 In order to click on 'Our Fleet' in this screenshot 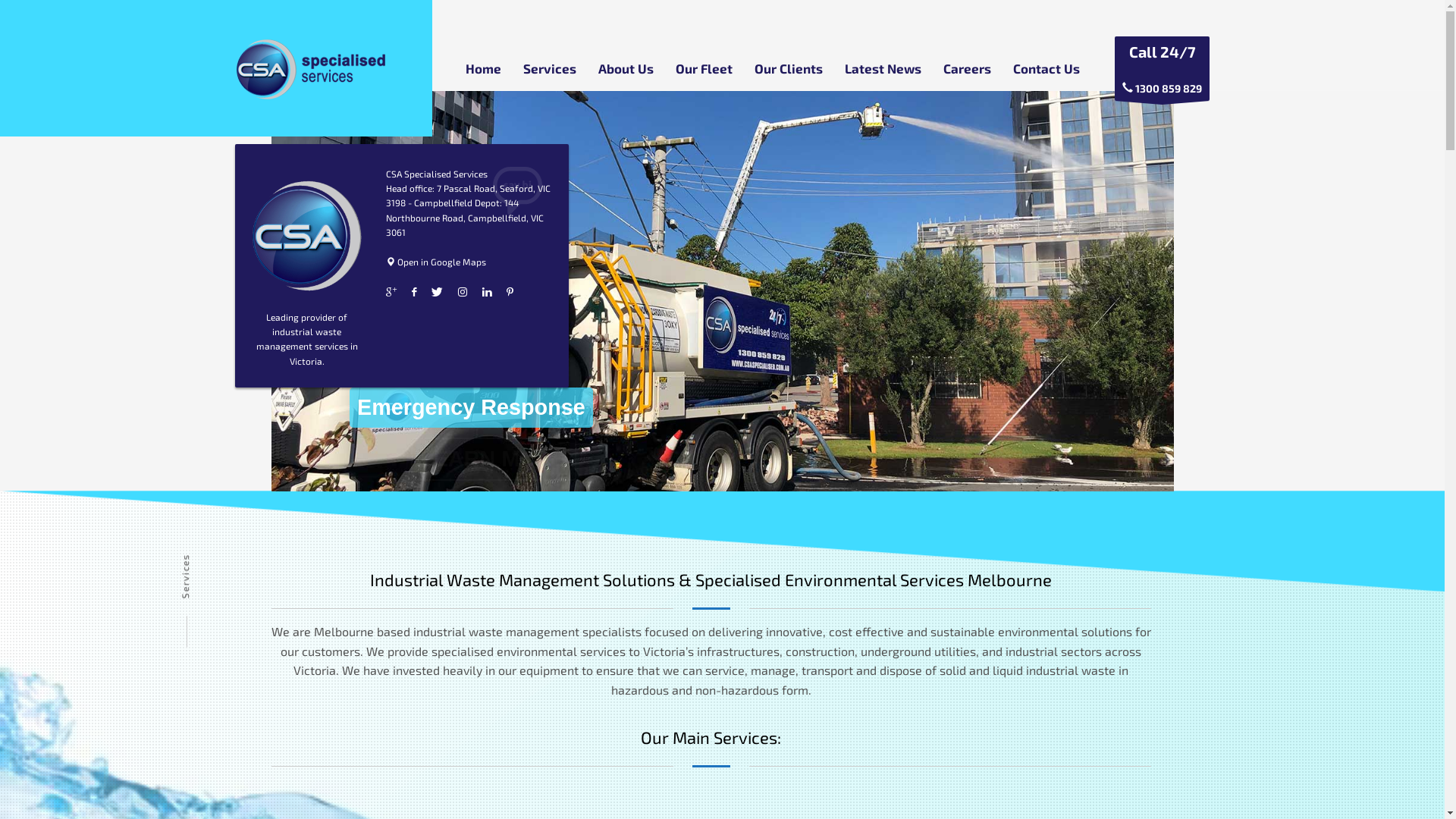, I will do `click(702, 67)`.